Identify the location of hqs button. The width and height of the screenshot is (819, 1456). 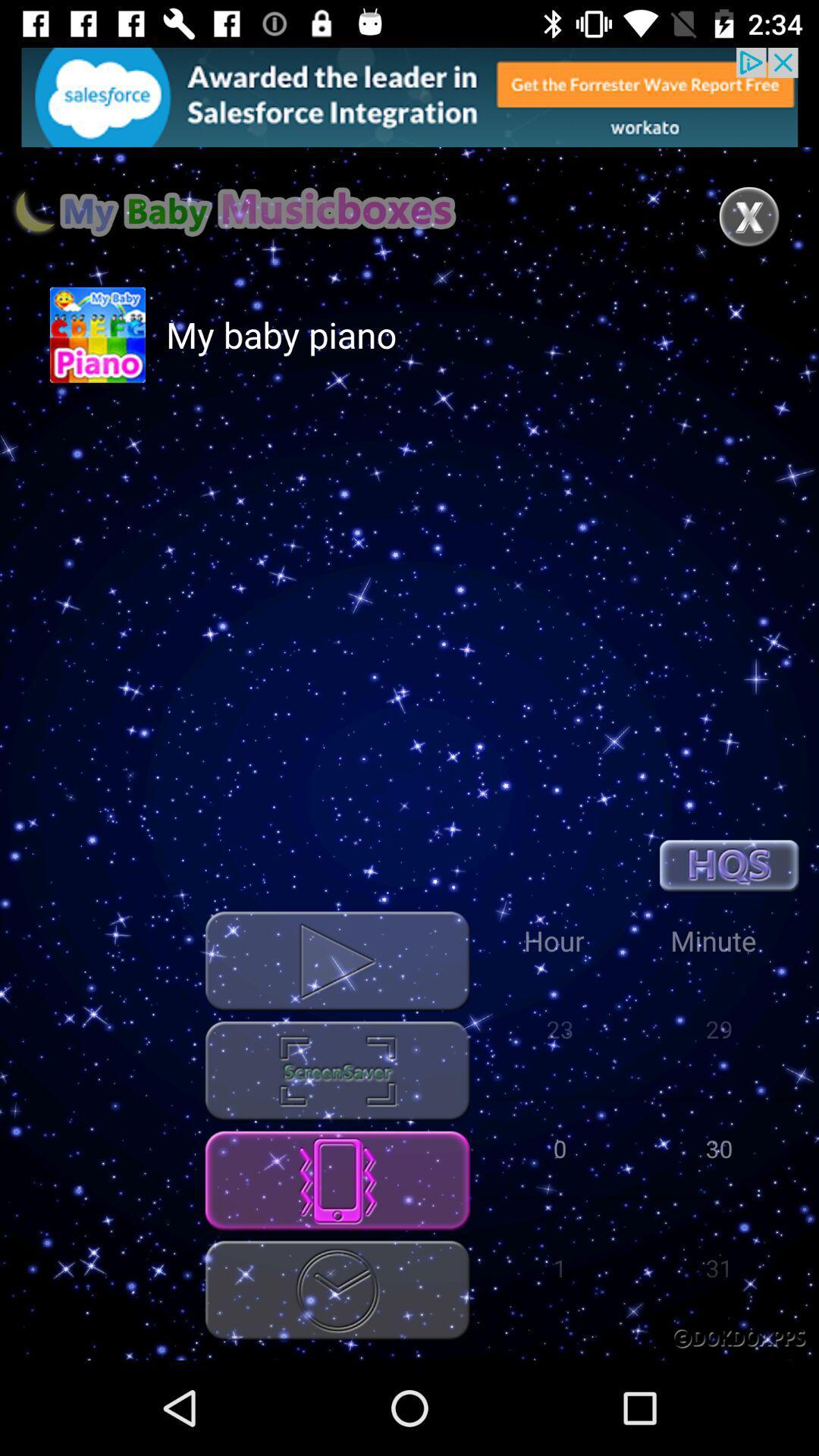
(728, 865).